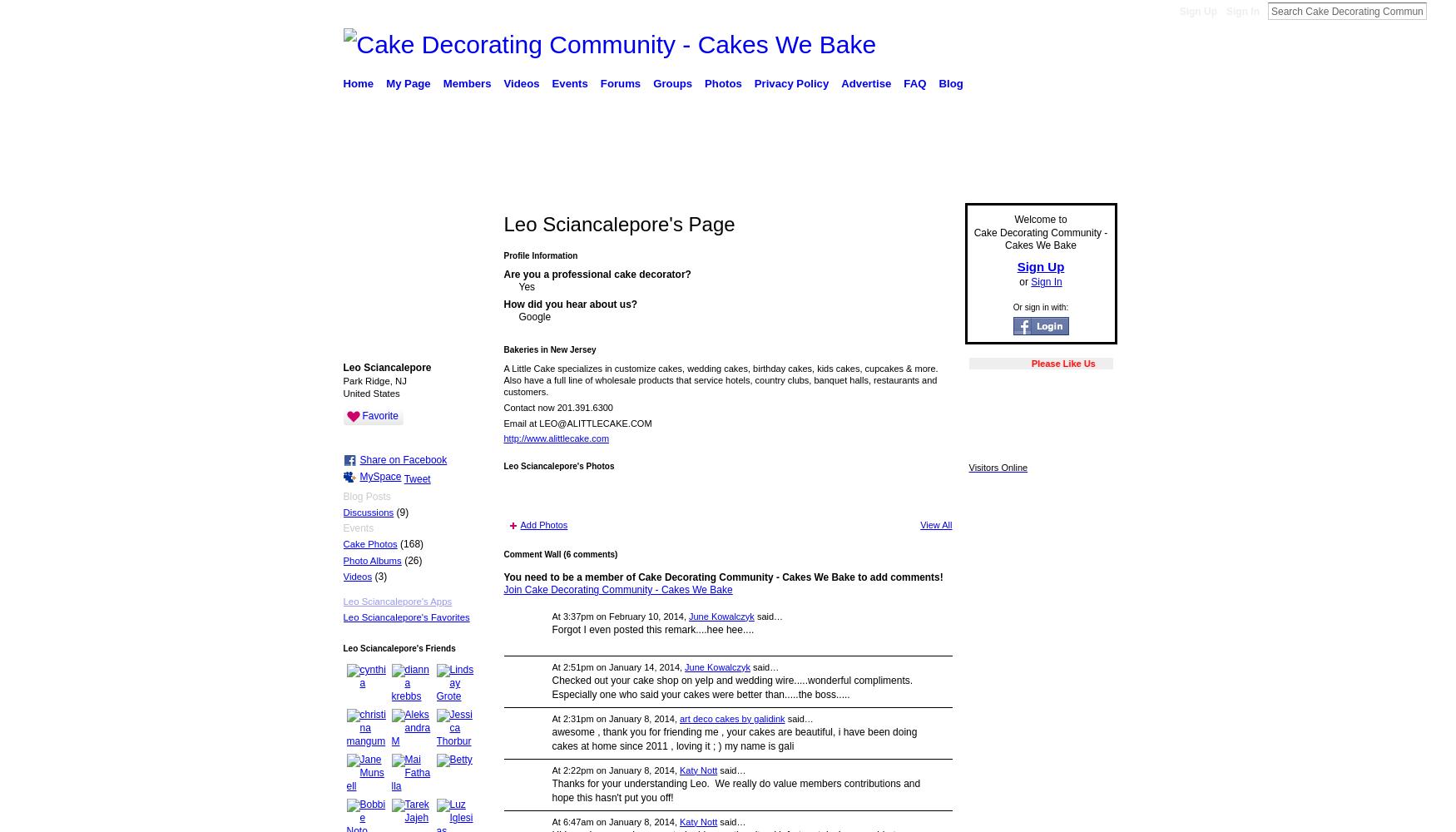 This screenshot has width=1456, height=832. Describe the element at coordinates (1025, 281) in the screenshot. I see `'or'` at that location.